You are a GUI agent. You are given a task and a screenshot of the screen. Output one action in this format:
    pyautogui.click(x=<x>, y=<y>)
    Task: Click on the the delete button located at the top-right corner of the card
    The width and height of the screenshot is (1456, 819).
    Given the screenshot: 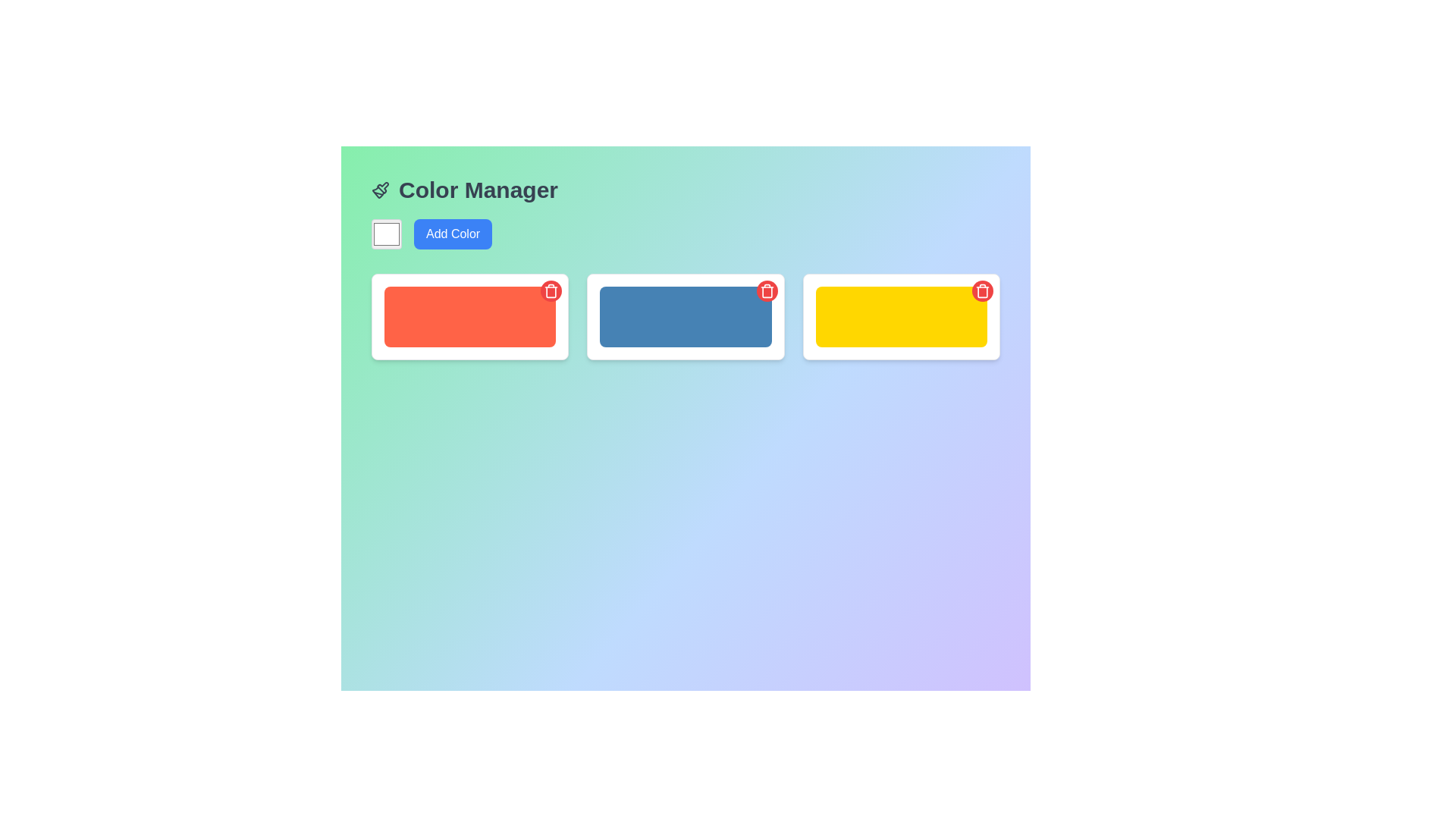 What is the action you would take?
    pyautogui.click(x=551, y=291)
    